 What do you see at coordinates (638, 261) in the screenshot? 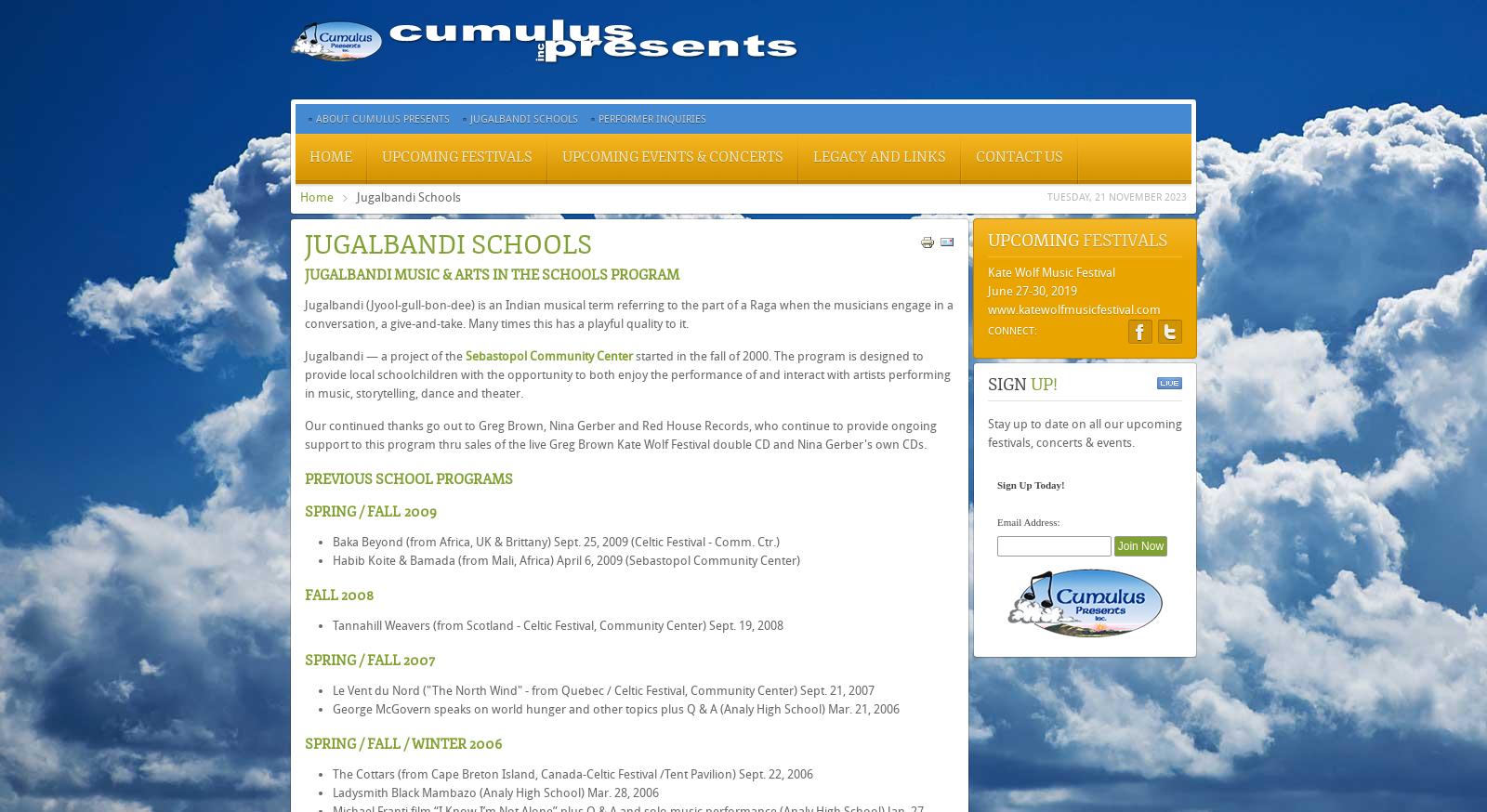
I see `'The Martin Hayes Quartet'` at bounding box center [638, 261].